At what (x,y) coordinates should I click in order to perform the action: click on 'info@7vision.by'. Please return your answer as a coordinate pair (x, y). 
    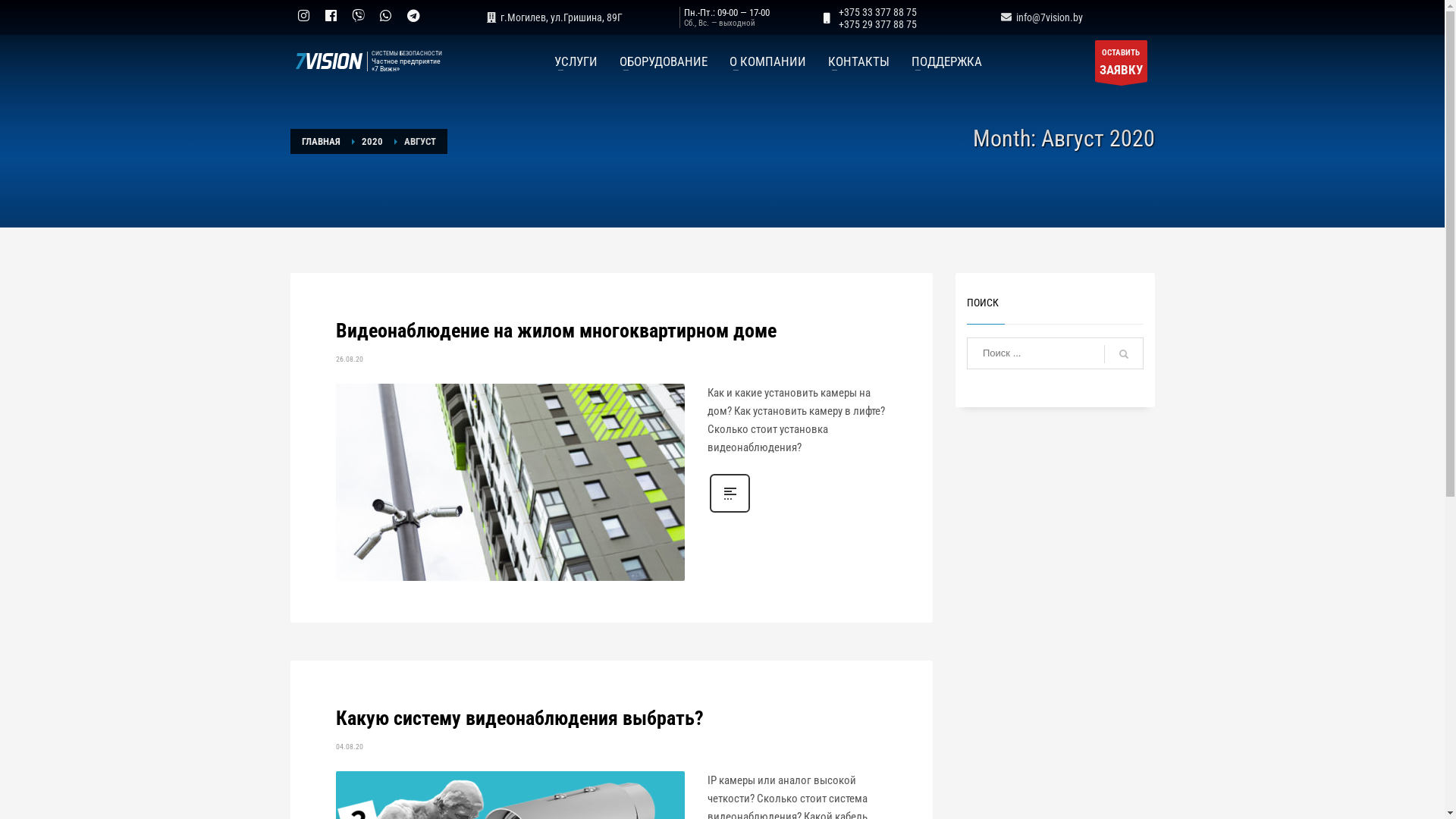
    Looking at the image, I should click on (1039, 17).